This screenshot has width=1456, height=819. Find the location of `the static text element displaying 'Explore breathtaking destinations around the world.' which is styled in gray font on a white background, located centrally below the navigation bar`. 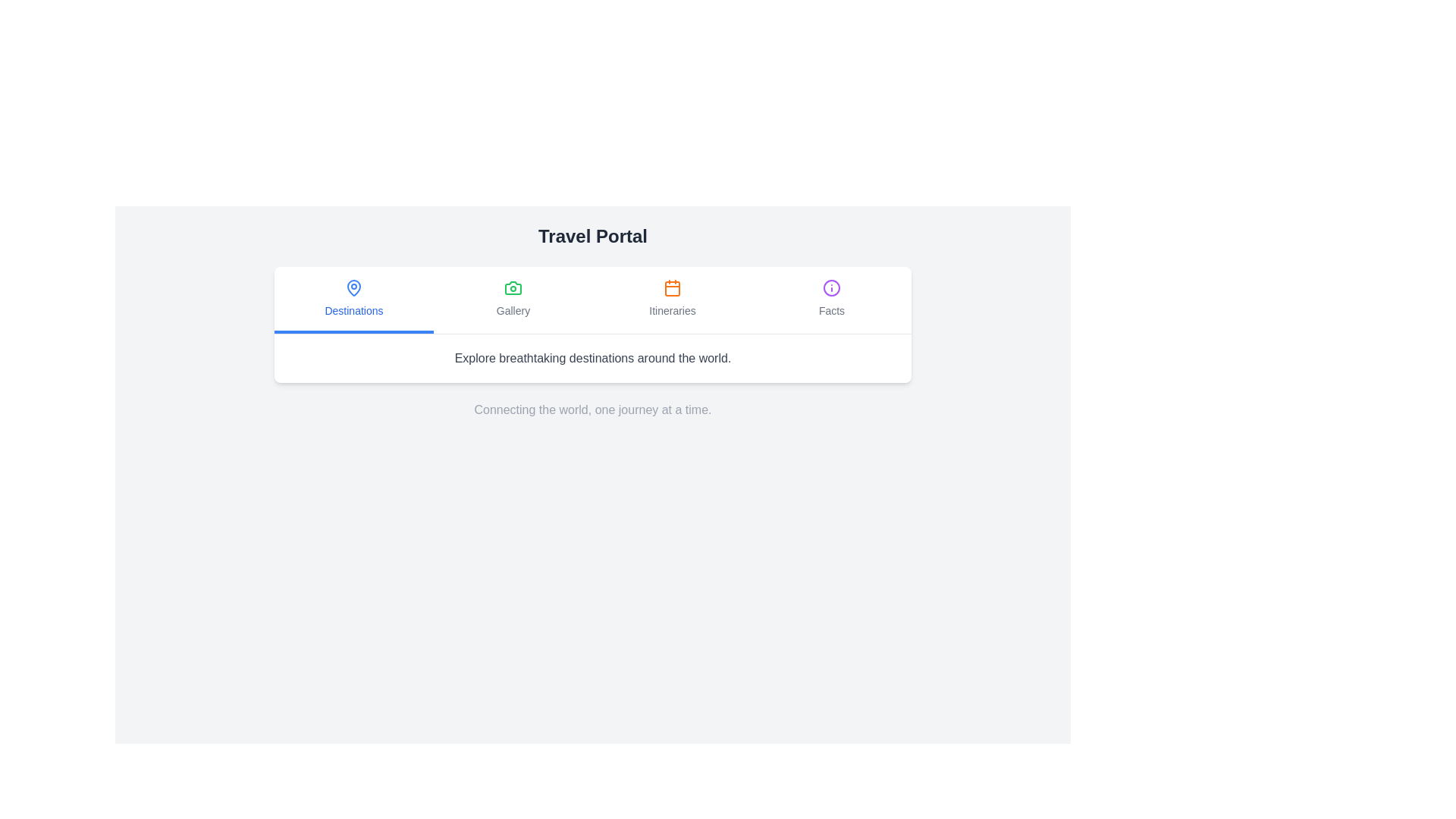

the static text element displaying 'Explore breathtaking destinations around the world.' which is styled in gray font on a white background, located centrally below the navigation bar is located at coordinates (592, 359).